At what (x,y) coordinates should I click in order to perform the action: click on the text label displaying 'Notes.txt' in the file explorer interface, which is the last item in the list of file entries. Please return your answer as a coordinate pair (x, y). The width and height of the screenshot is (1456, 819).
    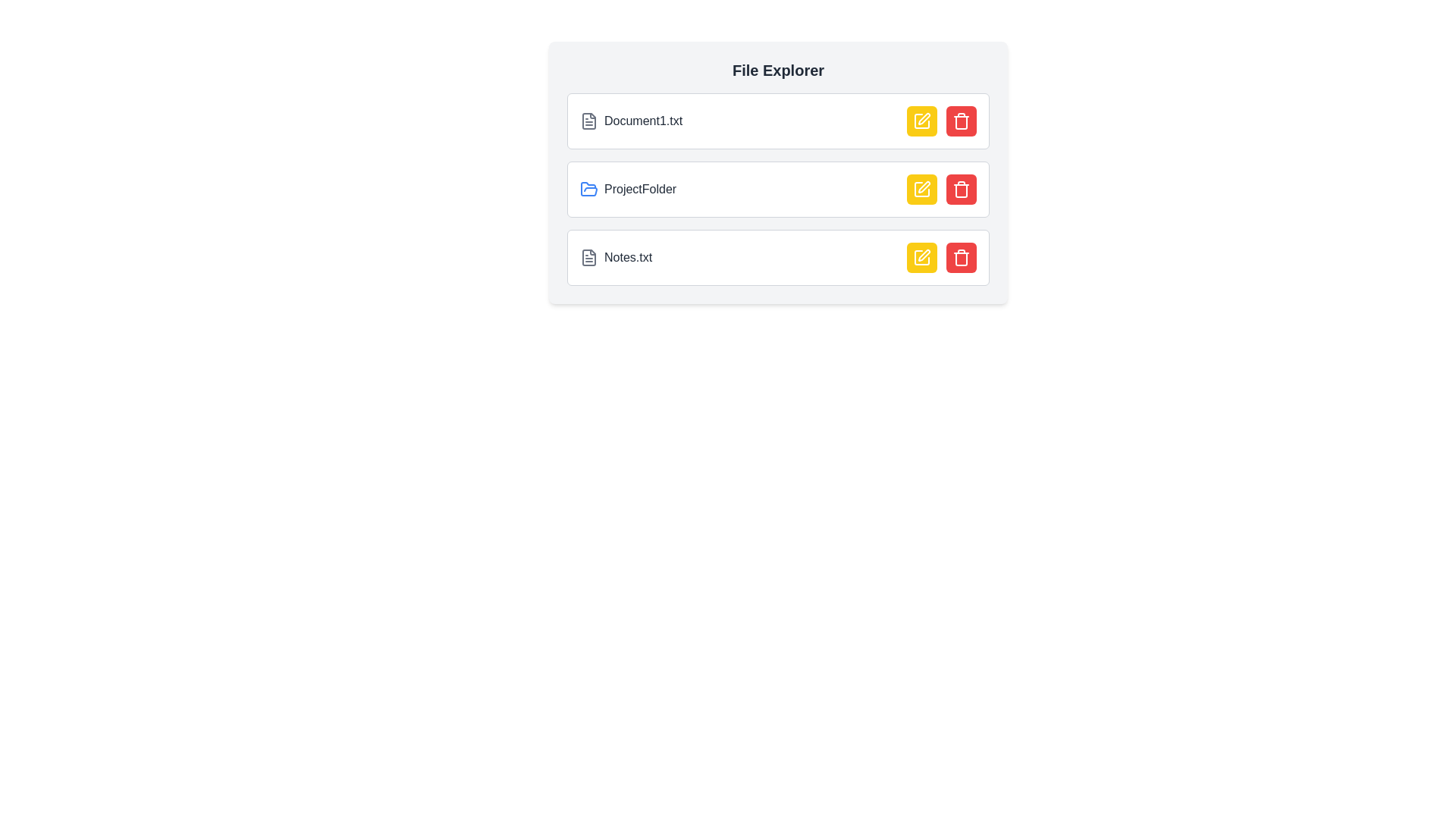
    Looking at the image, I should click on (628, 256).